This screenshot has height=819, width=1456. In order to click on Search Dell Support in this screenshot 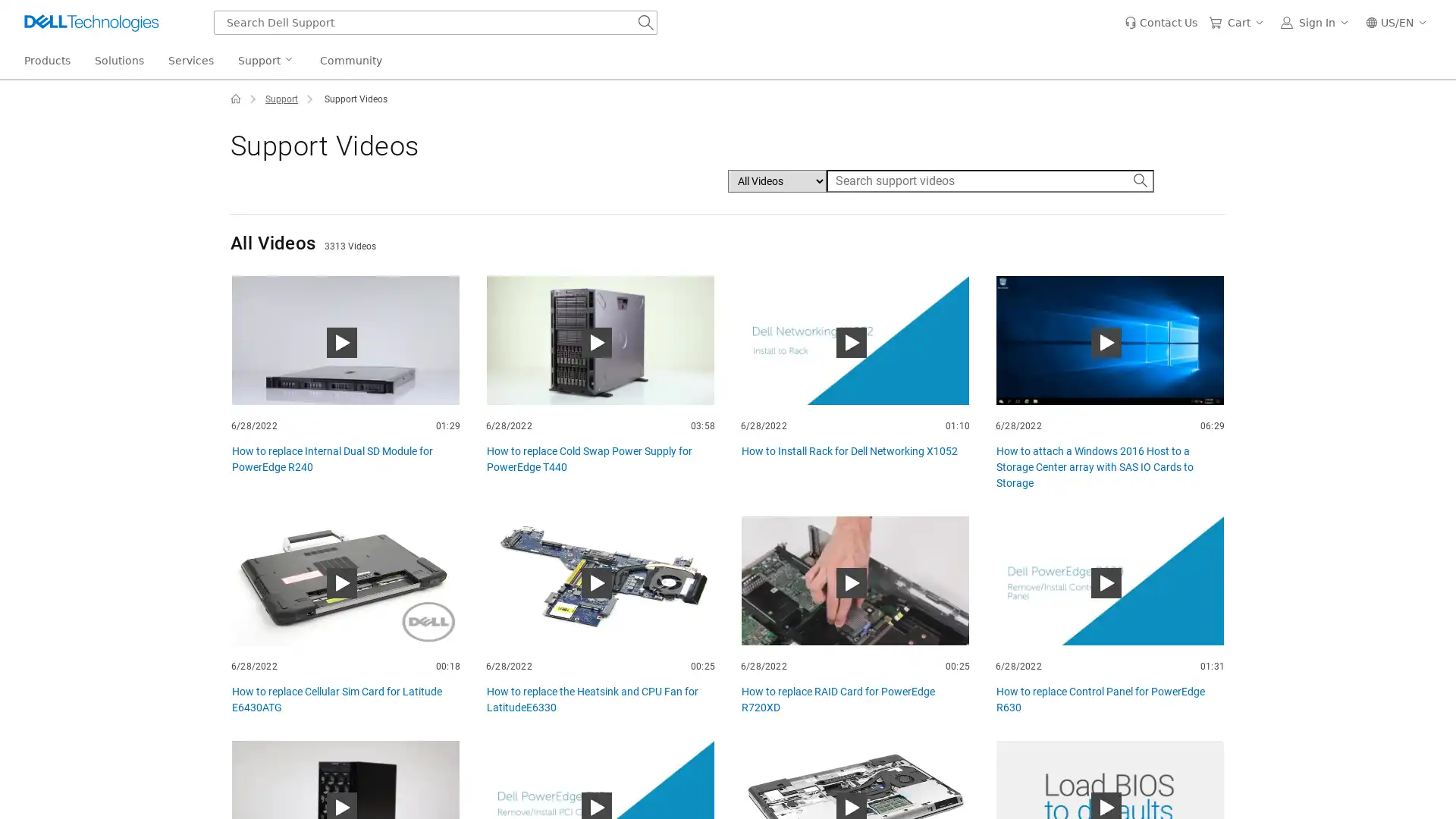, I will do `click(645, 23)`.